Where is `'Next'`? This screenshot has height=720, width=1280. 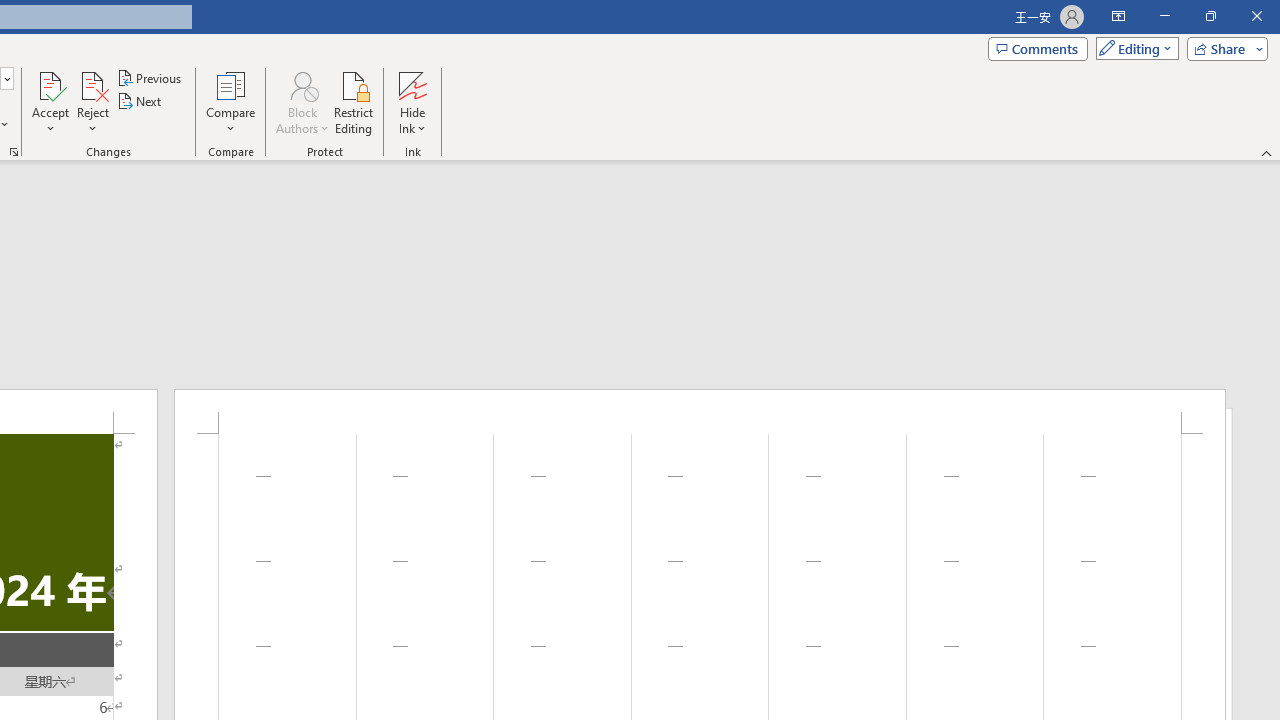
'Next' is located at coordinates (139, 101).